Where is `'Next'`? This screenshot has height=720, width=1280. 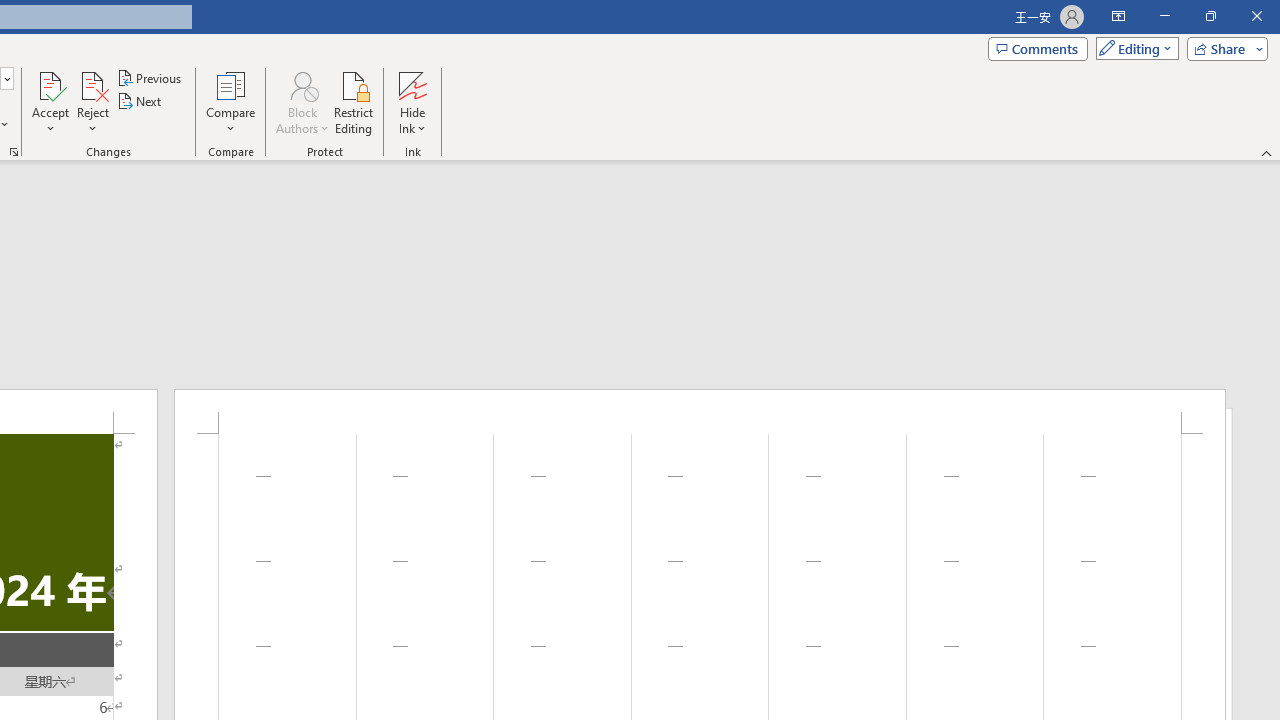
'Next' is located at coordinates (139, 101).